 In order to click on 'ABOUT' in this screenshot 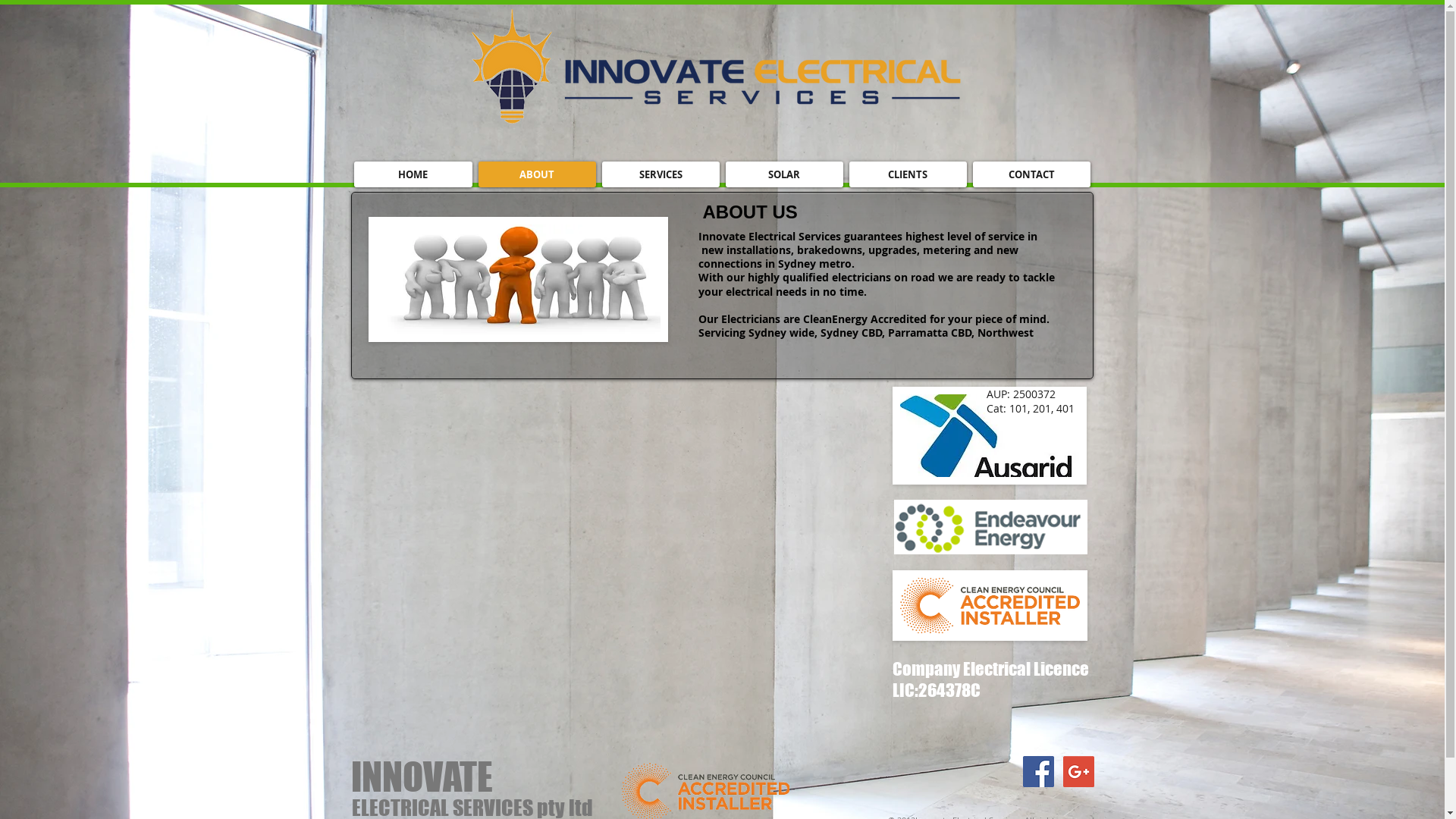, I will do `click(536, 174)`.